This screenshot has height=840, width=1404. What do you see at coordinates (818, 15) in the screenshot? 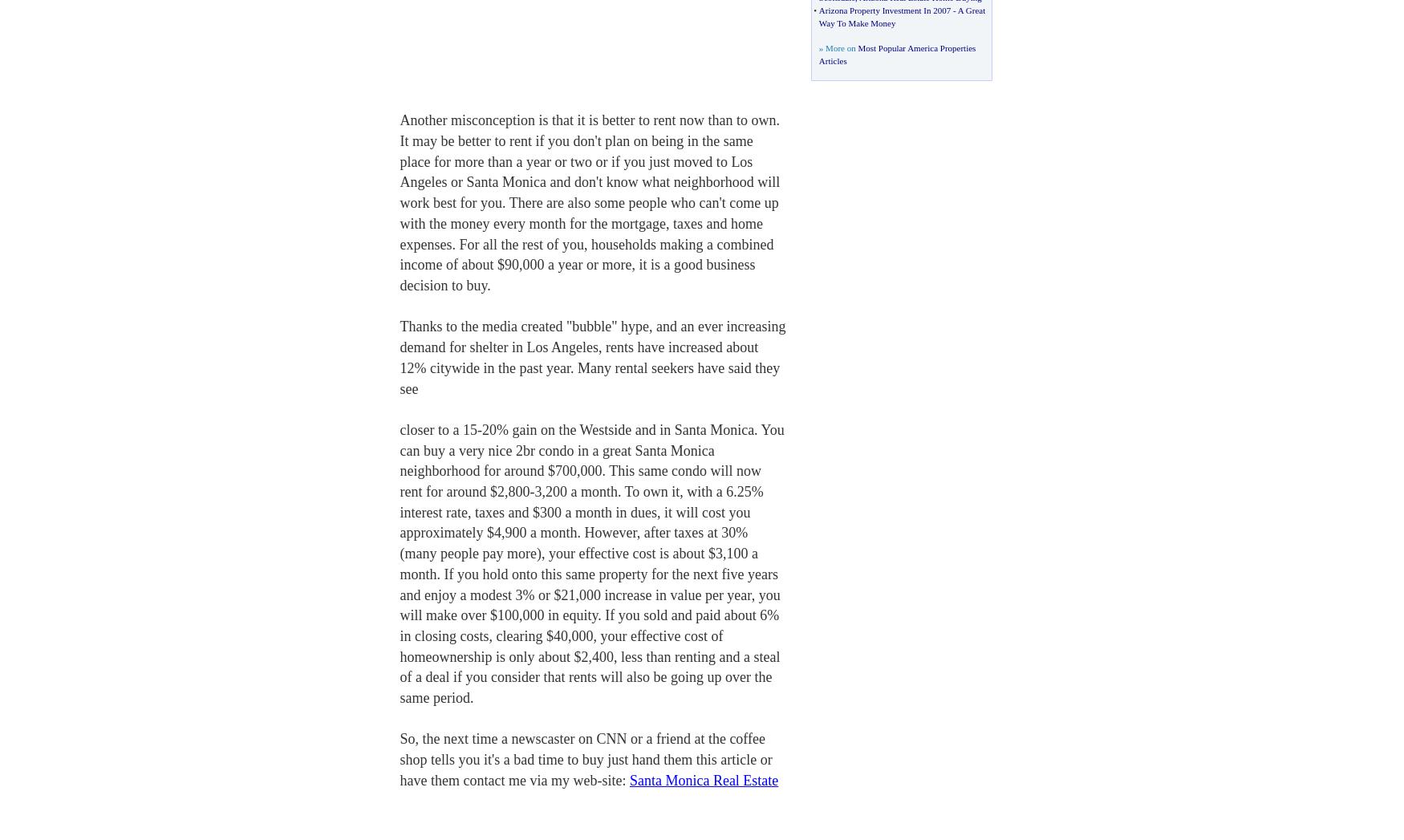
I see `'A Great Way To Make Money'` at bounding box center [818, 15].